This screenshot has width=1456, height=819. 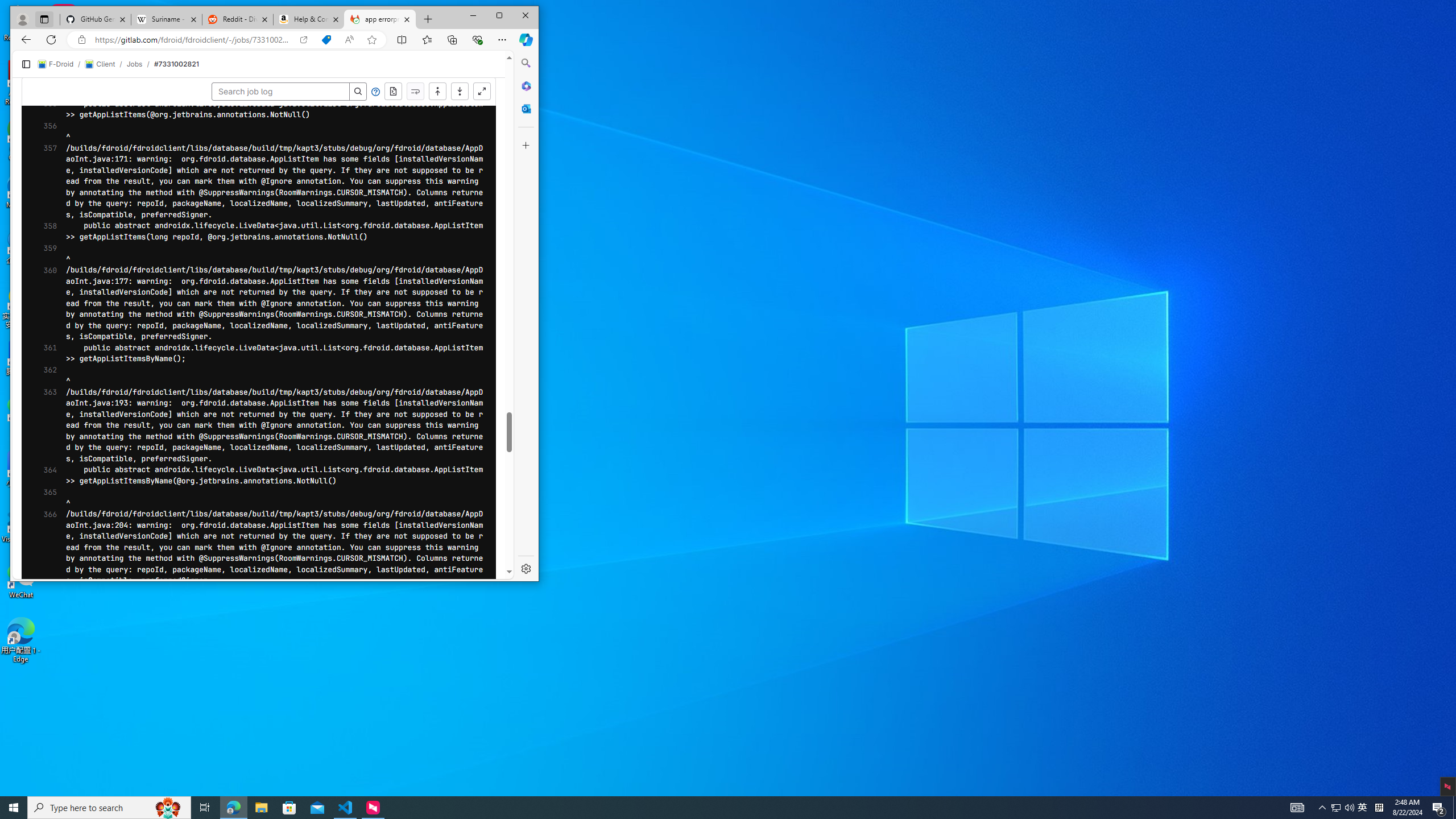 I want to click on 'Notification Chevron', so click(x=1322, y=806).